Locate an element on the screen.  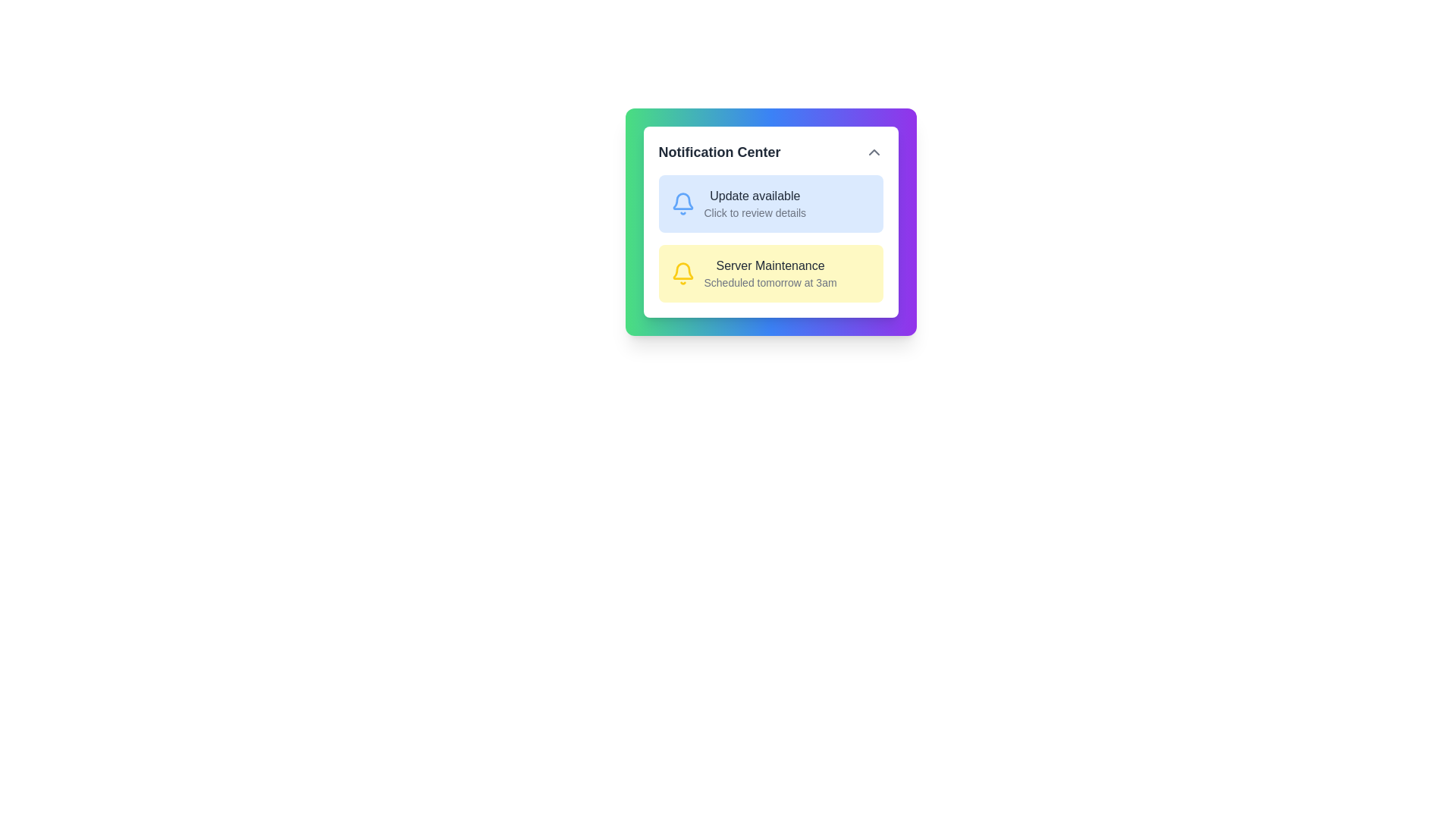
the Notification card located in the Notification Center, which indicates an available update is located at coordinates (770, 222).